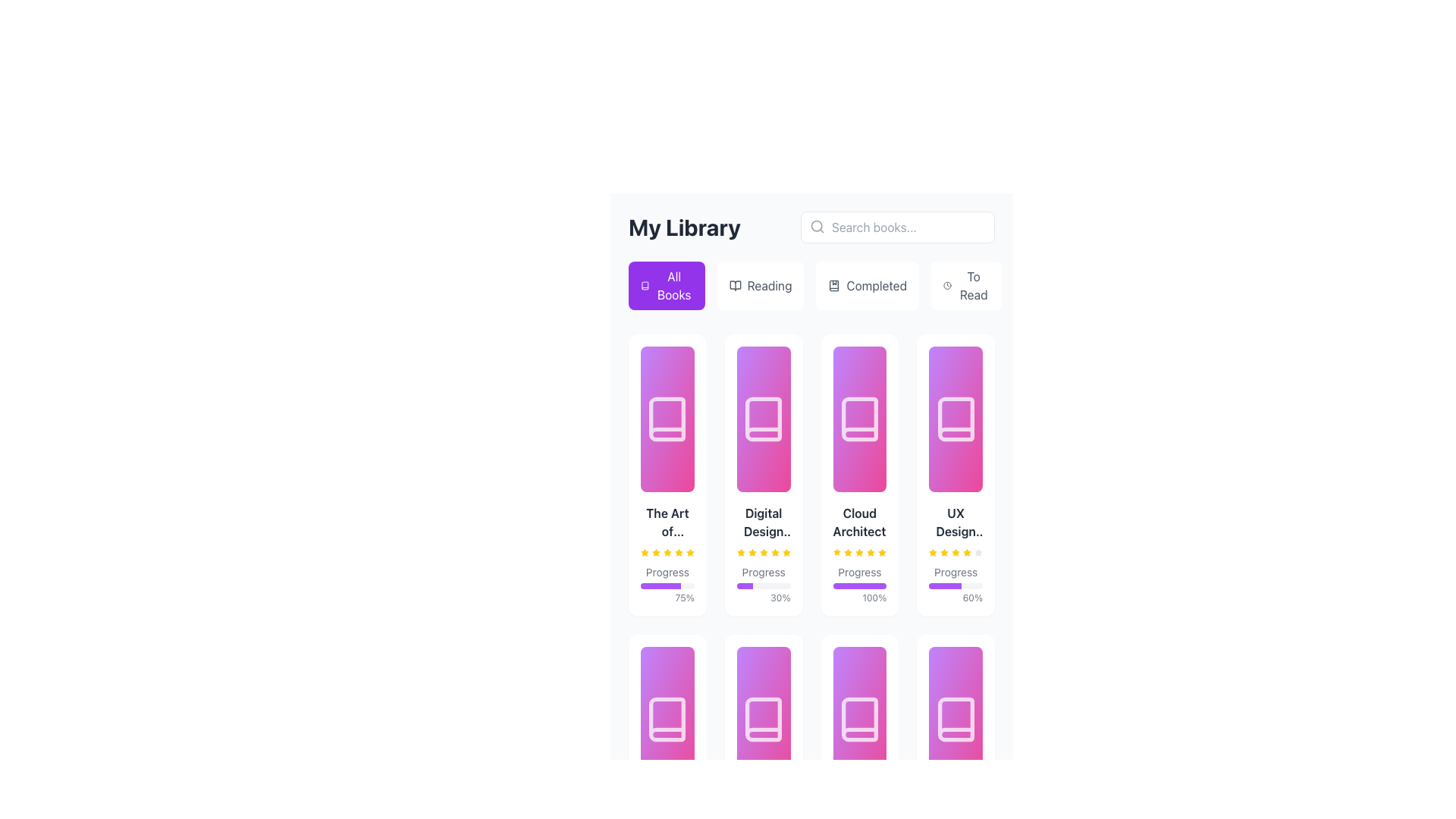  Describe the element at coordinates (689, 552) in the screenshot. I see `the yellow-filled star icon in the five-star rating system under the book title 'The Art of...'` at that location.